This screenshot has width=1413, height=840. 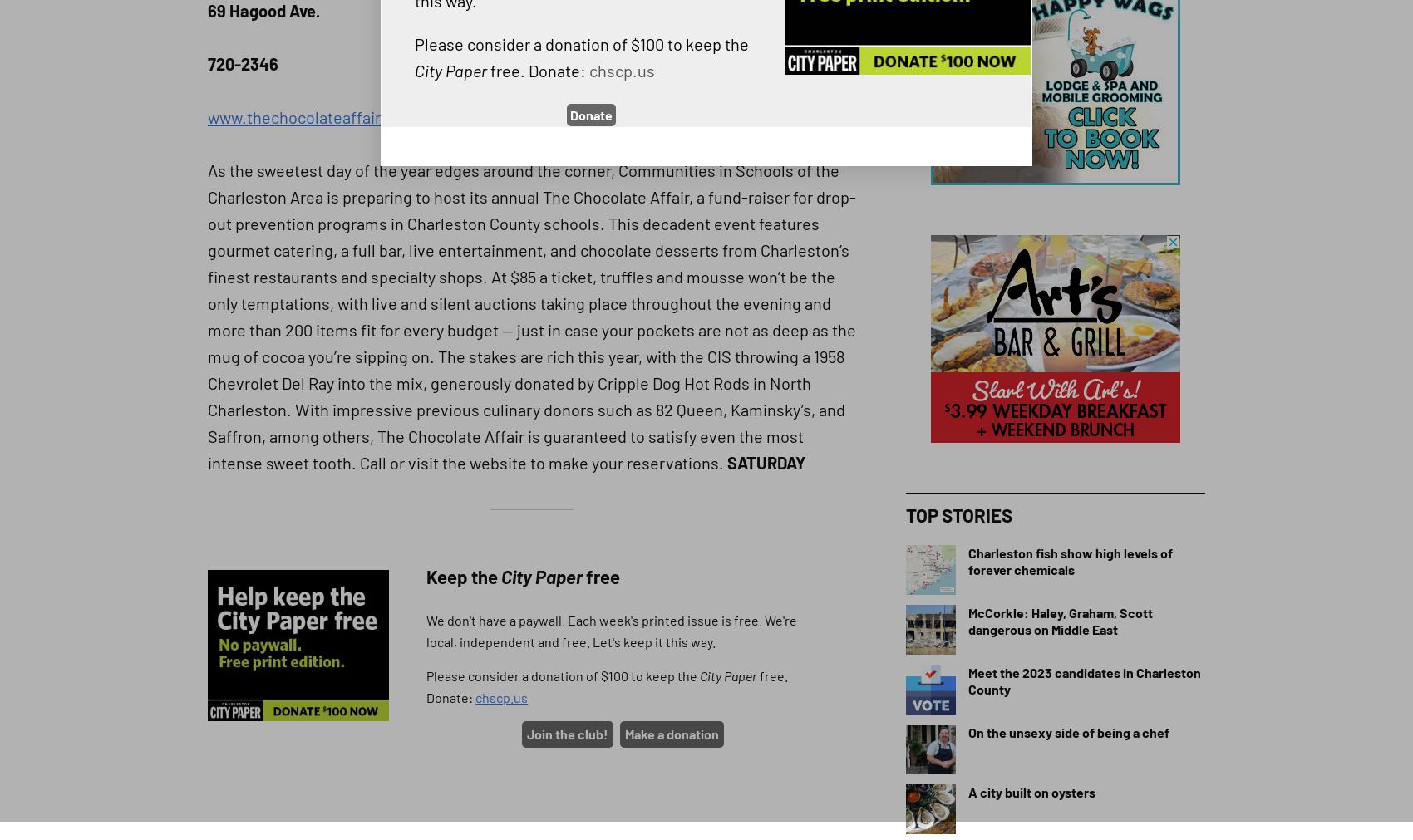 What do you see at coordinates (263, 9) in the screenshot?
I see `'69 Hagood Ave.'` at bounding box center [263, 9].